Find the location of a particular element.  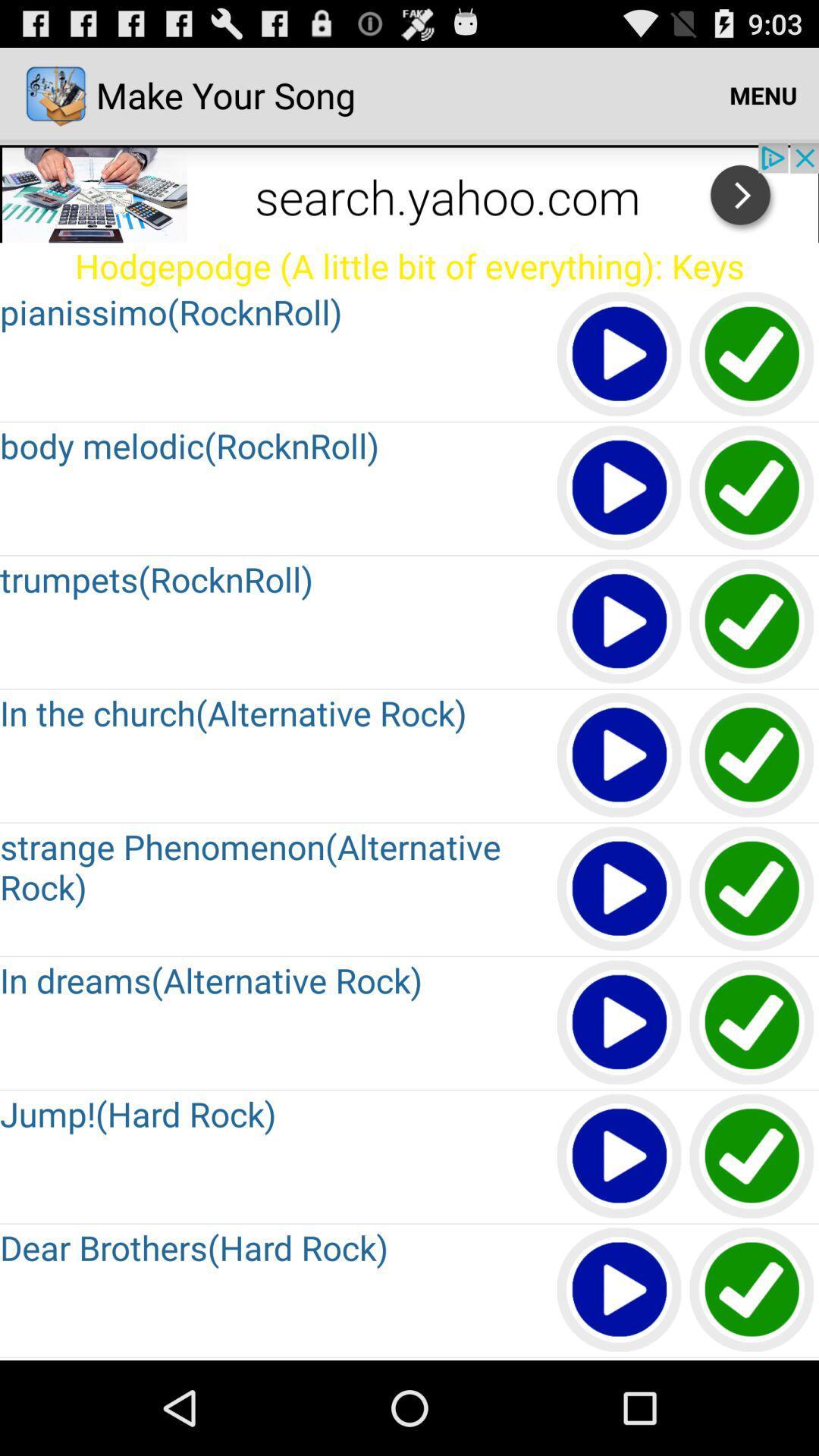

page is located at coordinates (620, 756).